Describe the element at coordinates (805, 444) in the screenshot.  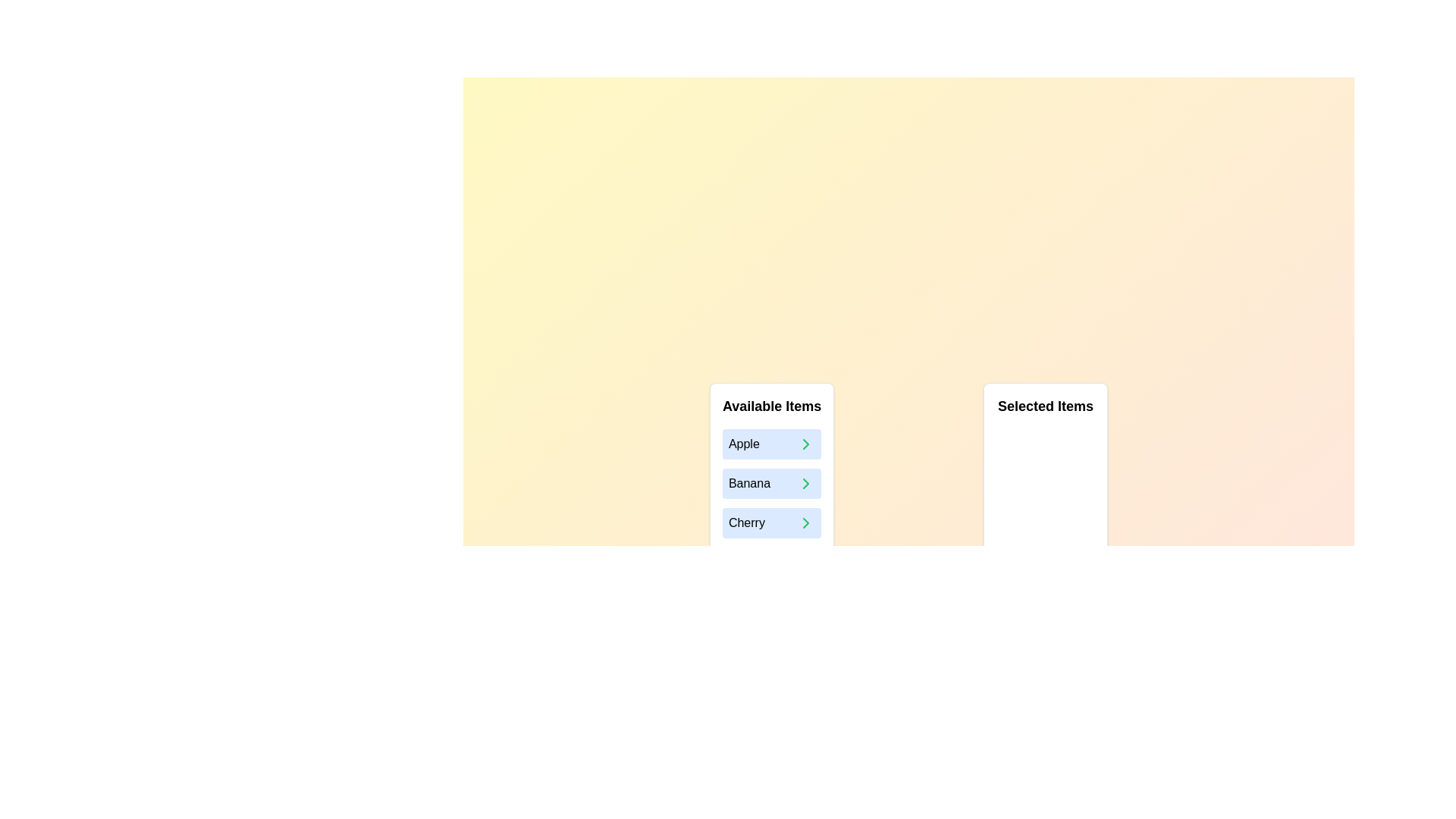
I see `right arrow button next to the item Apple in the 'Available Items' list to move it to the 'Selected Items' list` at that location.